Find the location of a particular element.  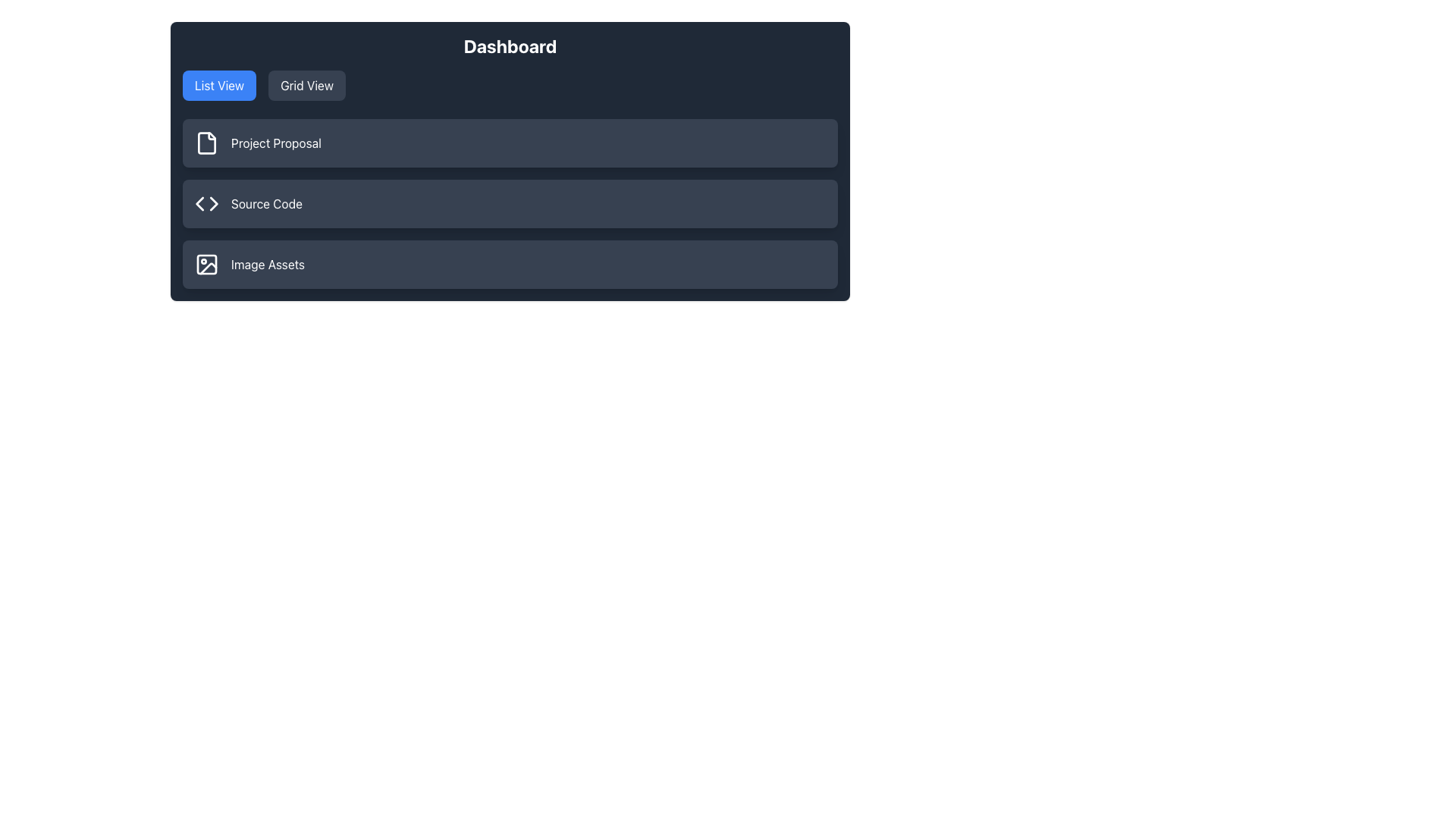

the label indicating image assets located at the bottom of the visible list, positioned to the right of a graphical icon is located at coordinates (268, 263).